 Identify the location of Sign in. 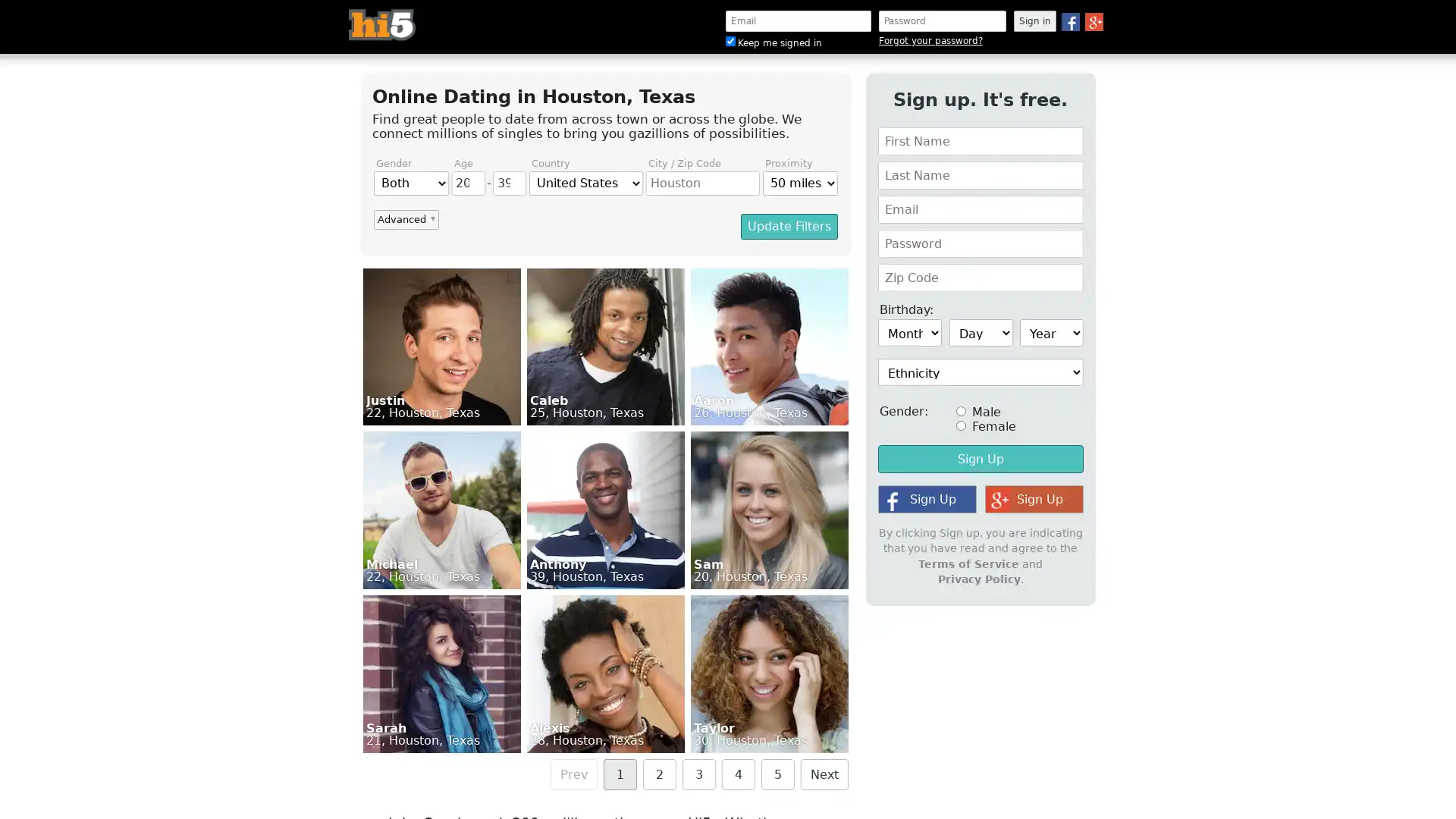
(1034, 20).